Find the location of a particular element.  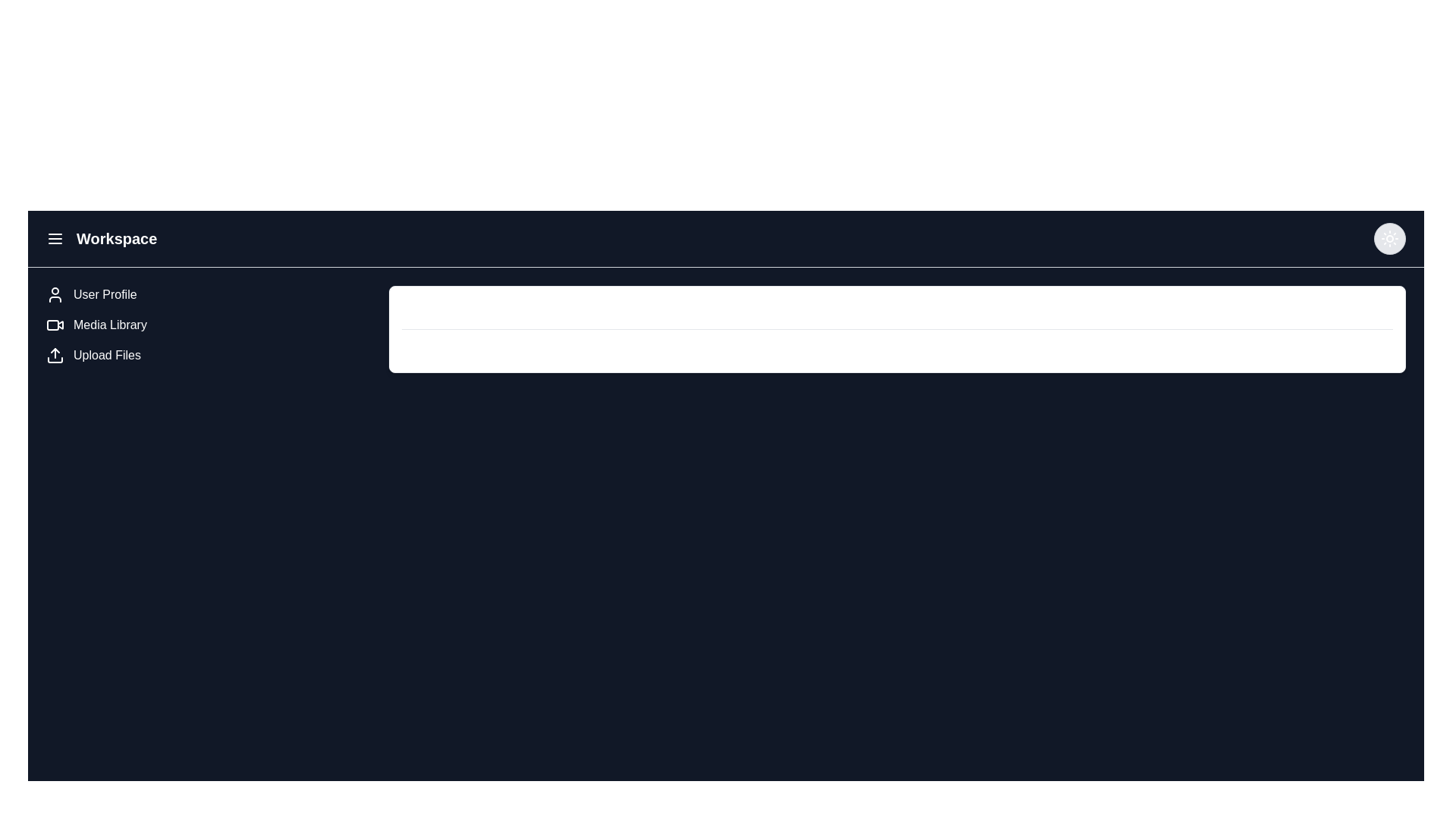

the 'Media Library' menu item, which is the second item in the vertical list of menu options on the left sidebar is located at coordinates (108, 324).